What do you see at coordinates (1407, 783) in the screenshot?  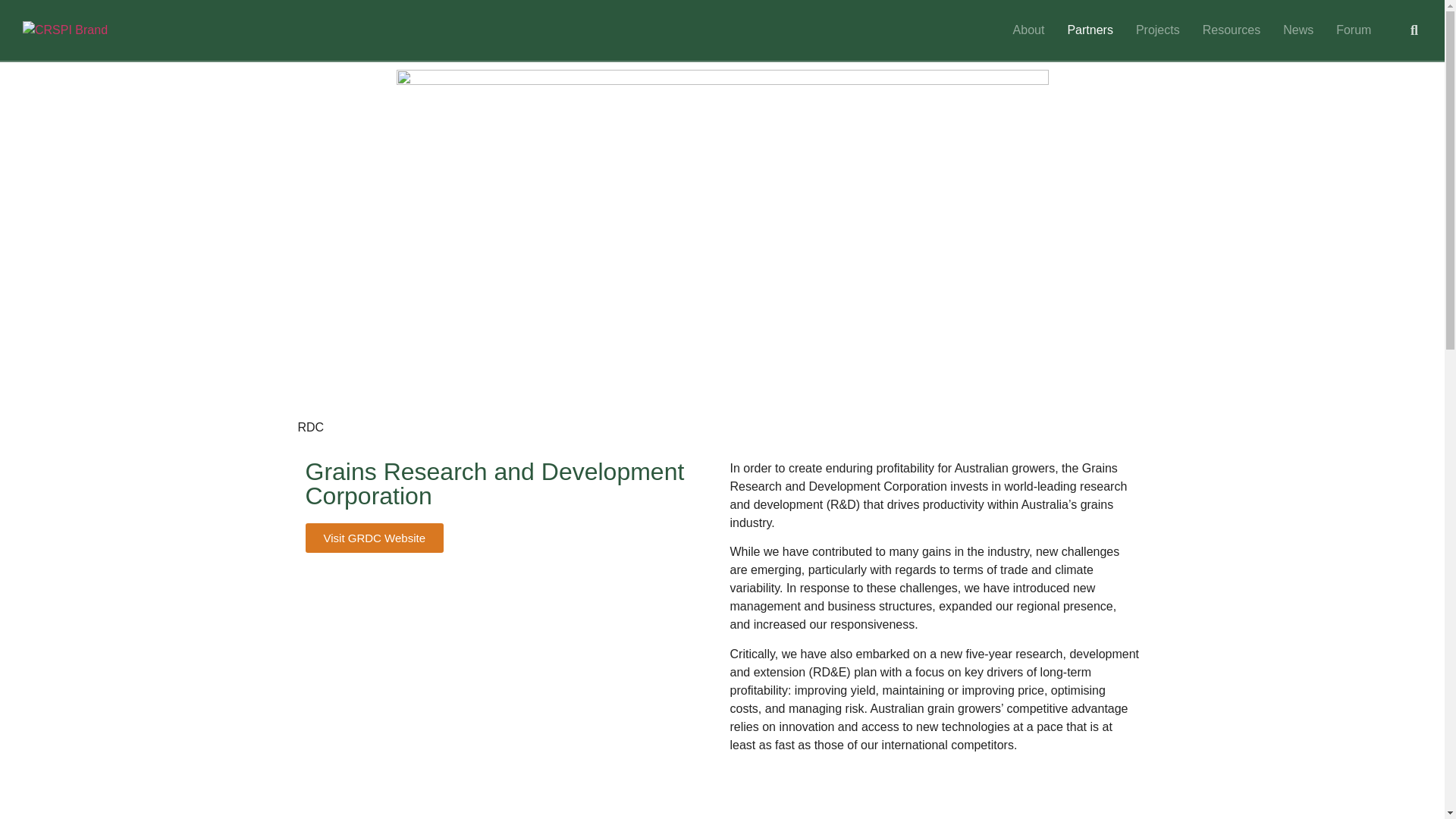 I see `'Top'` at bounding box center [1407, 783].